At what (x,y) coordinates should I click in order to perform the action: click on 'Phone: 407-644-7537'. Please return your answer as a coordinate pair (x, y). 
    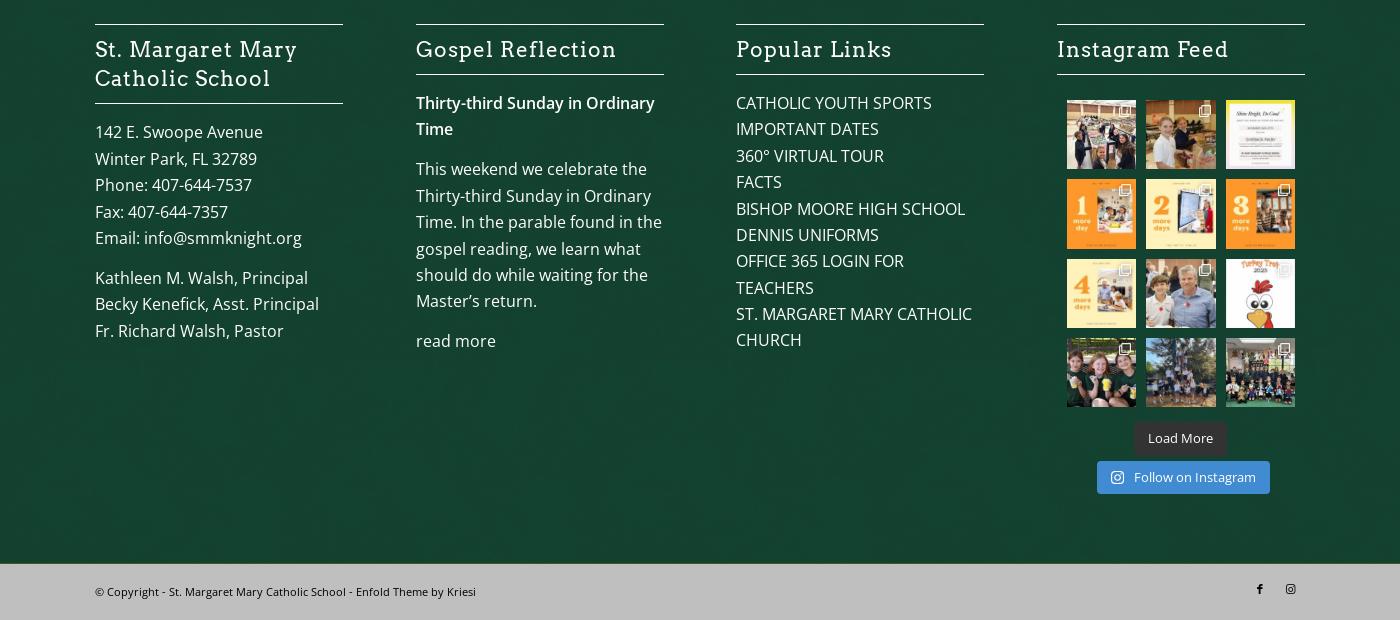
    Looking at the image, I should click on (173, 184).